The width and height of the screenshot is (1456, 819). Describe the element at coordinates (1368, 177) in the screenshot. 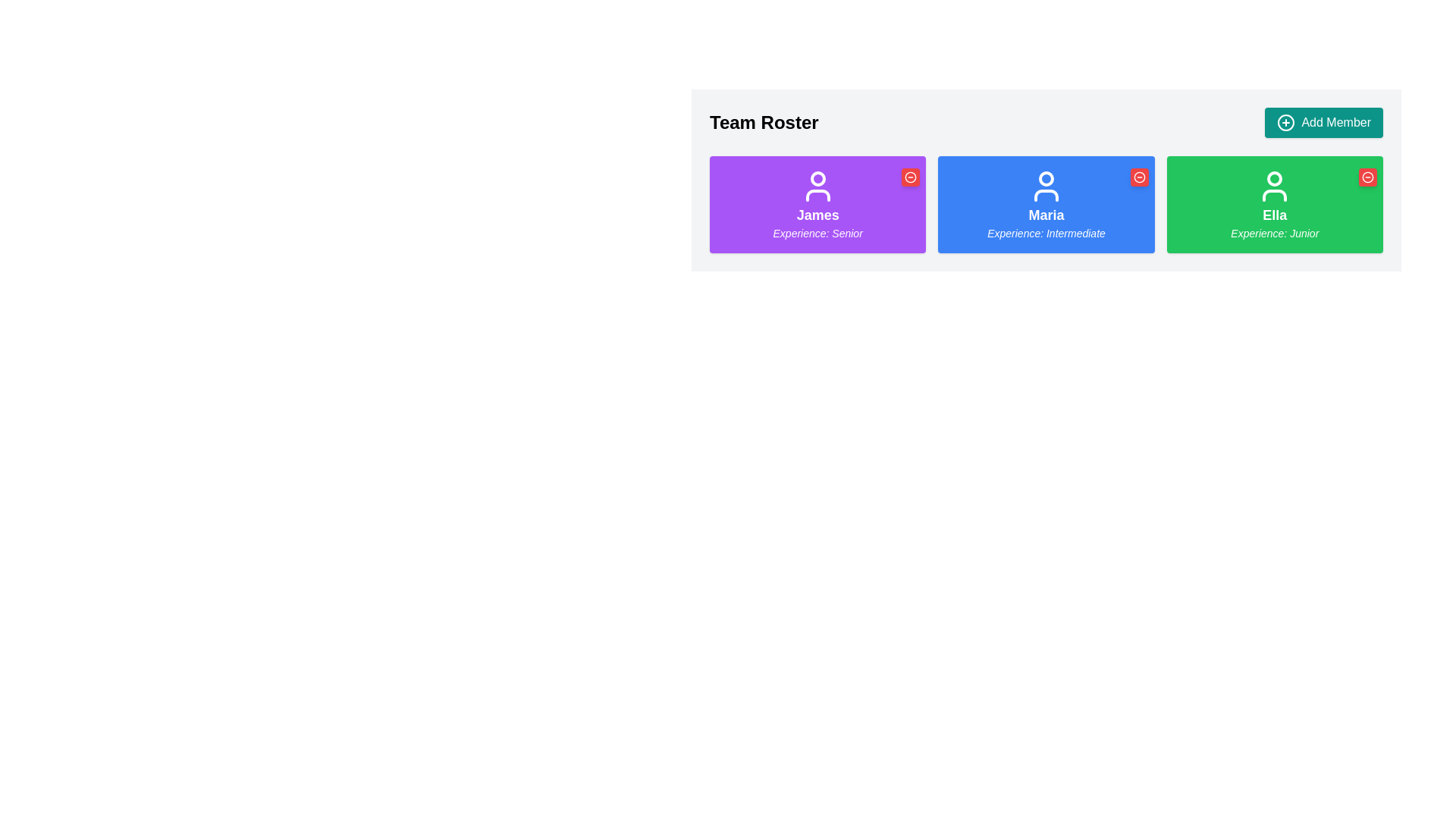

I see `the circular red button with a minus sign icon located at the top-right corner of the 'Ella' card` at that location.